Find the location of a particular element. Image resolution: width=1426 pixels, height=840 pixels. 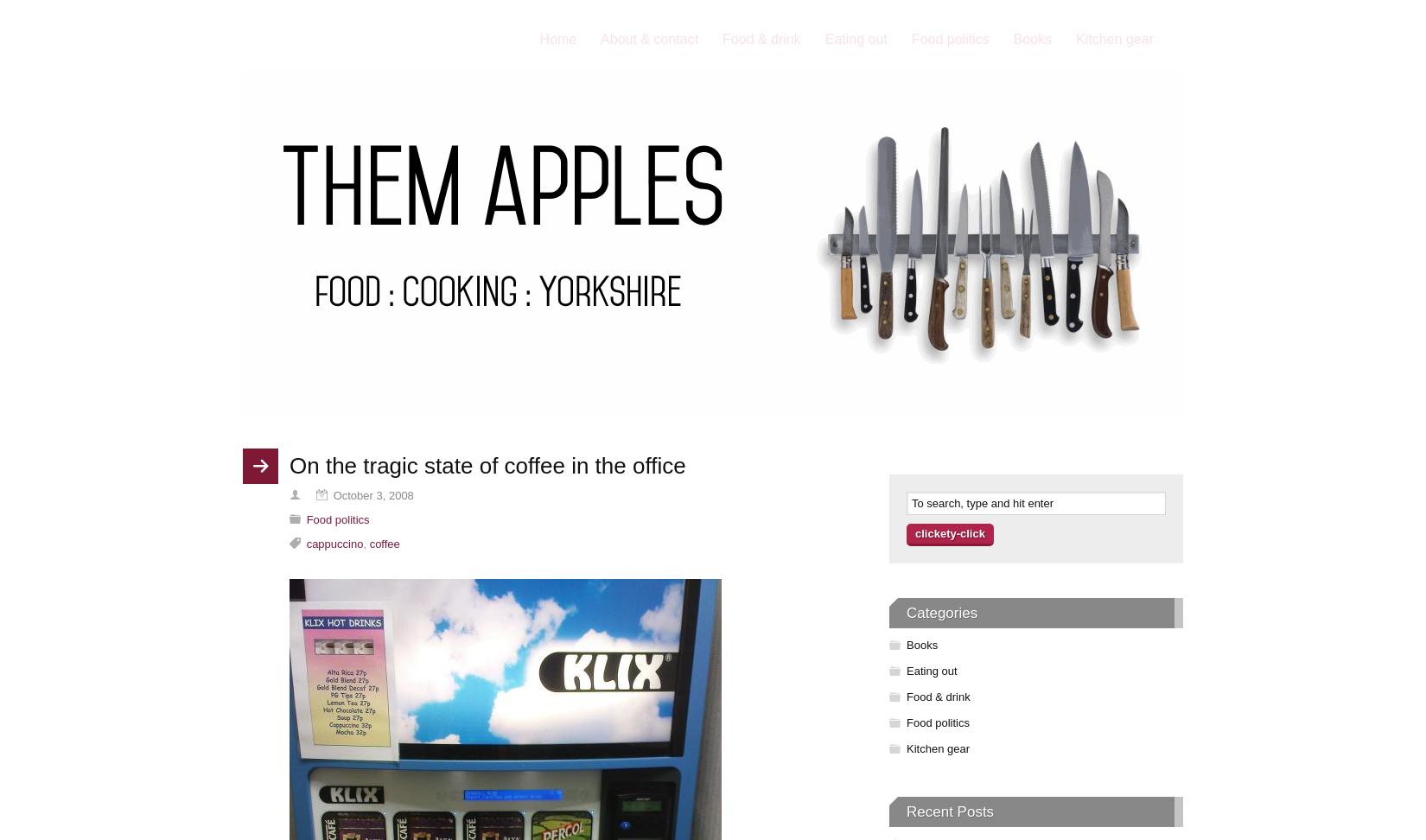

'Categories' is located at coordinates (941, 612).